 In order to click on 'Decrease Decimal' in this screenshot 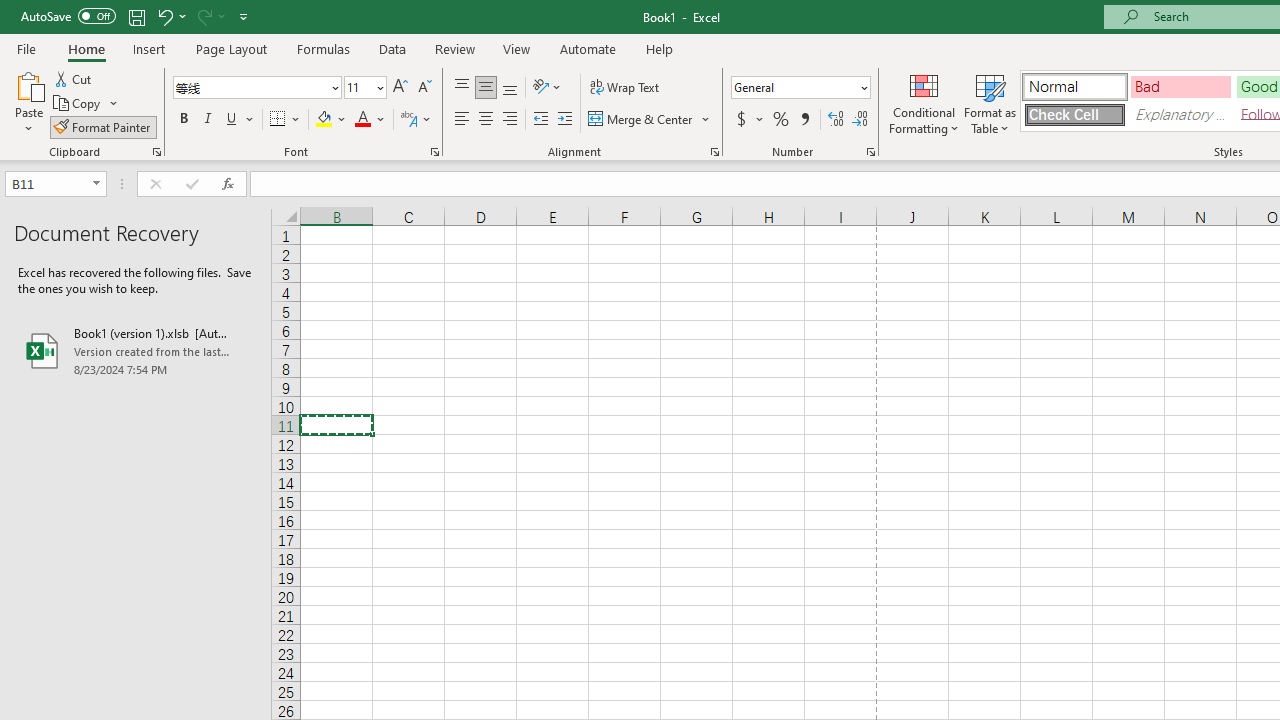, I will do `click(859, 119)`.